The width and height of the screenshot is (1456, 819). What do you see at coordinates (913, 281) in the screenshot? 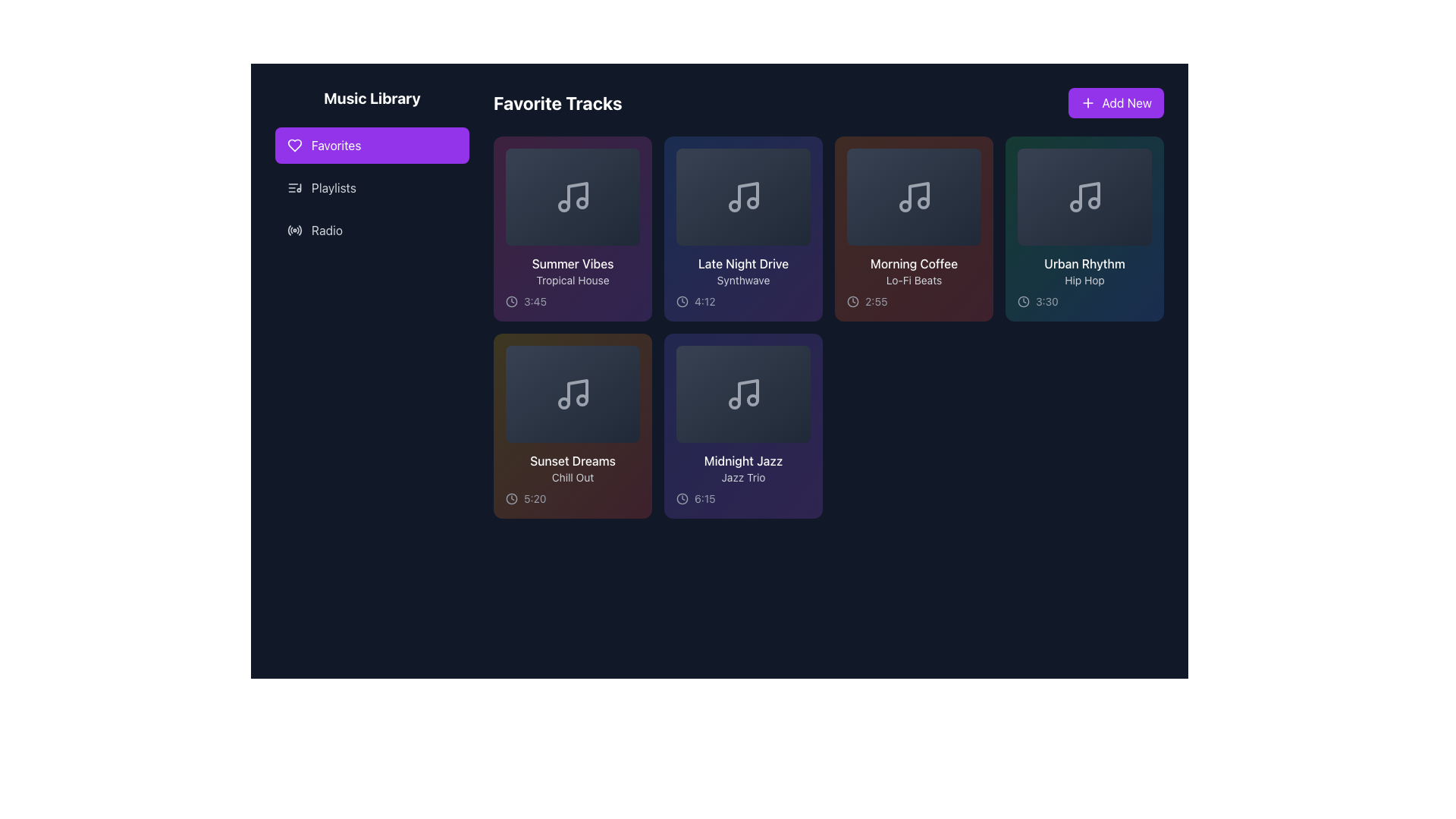
I see `text element displaying 'Lo-Fi Beats' which is centrally aligned and positioned below 'Morning Coffee'` at bounding box center [913, 281].